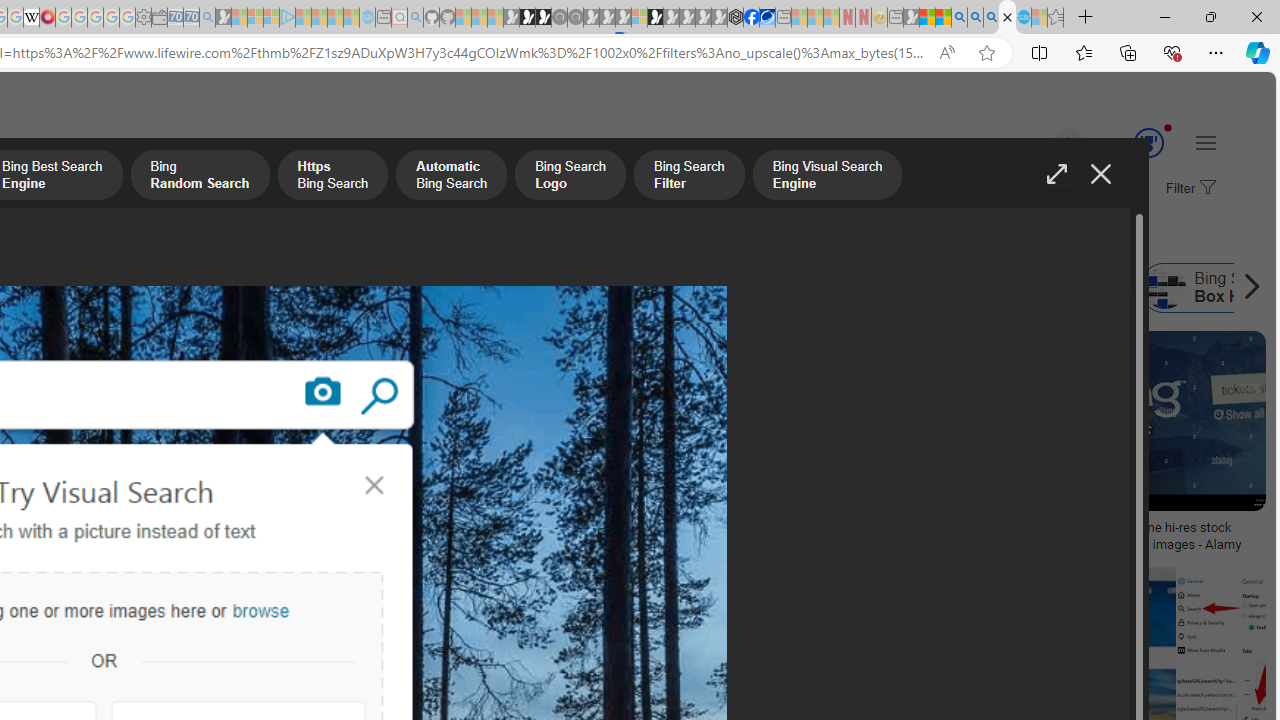  Describe the element at coordinates (958, 17) in the screenshot. I see `'Bing AI - Search'` at that location.